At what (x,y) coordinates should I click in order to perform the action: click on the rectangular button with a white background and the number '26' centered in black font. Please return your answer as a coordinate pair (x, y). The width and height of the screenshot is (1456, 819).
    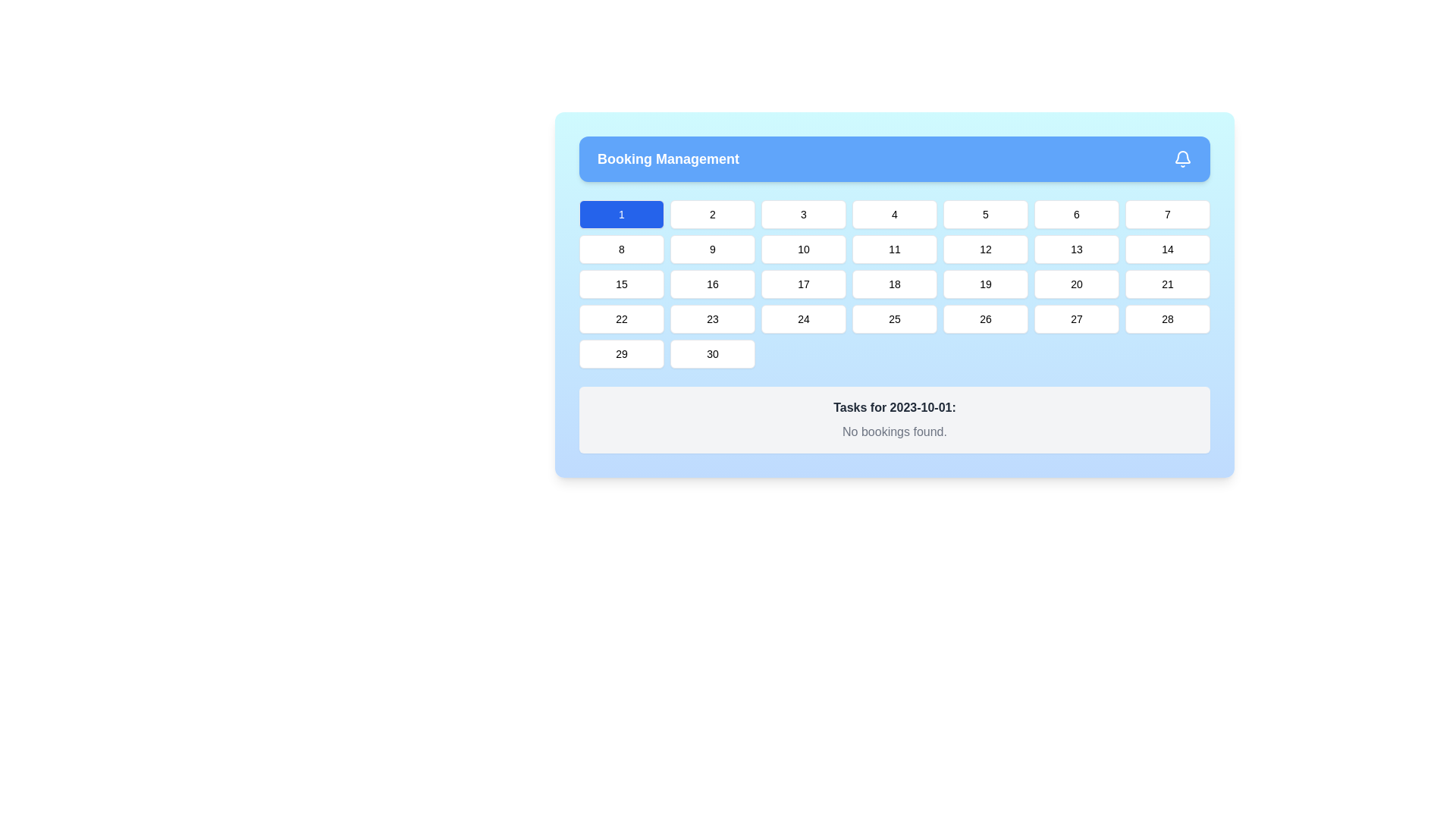
    Looking at the image, I should click on (986, 318).